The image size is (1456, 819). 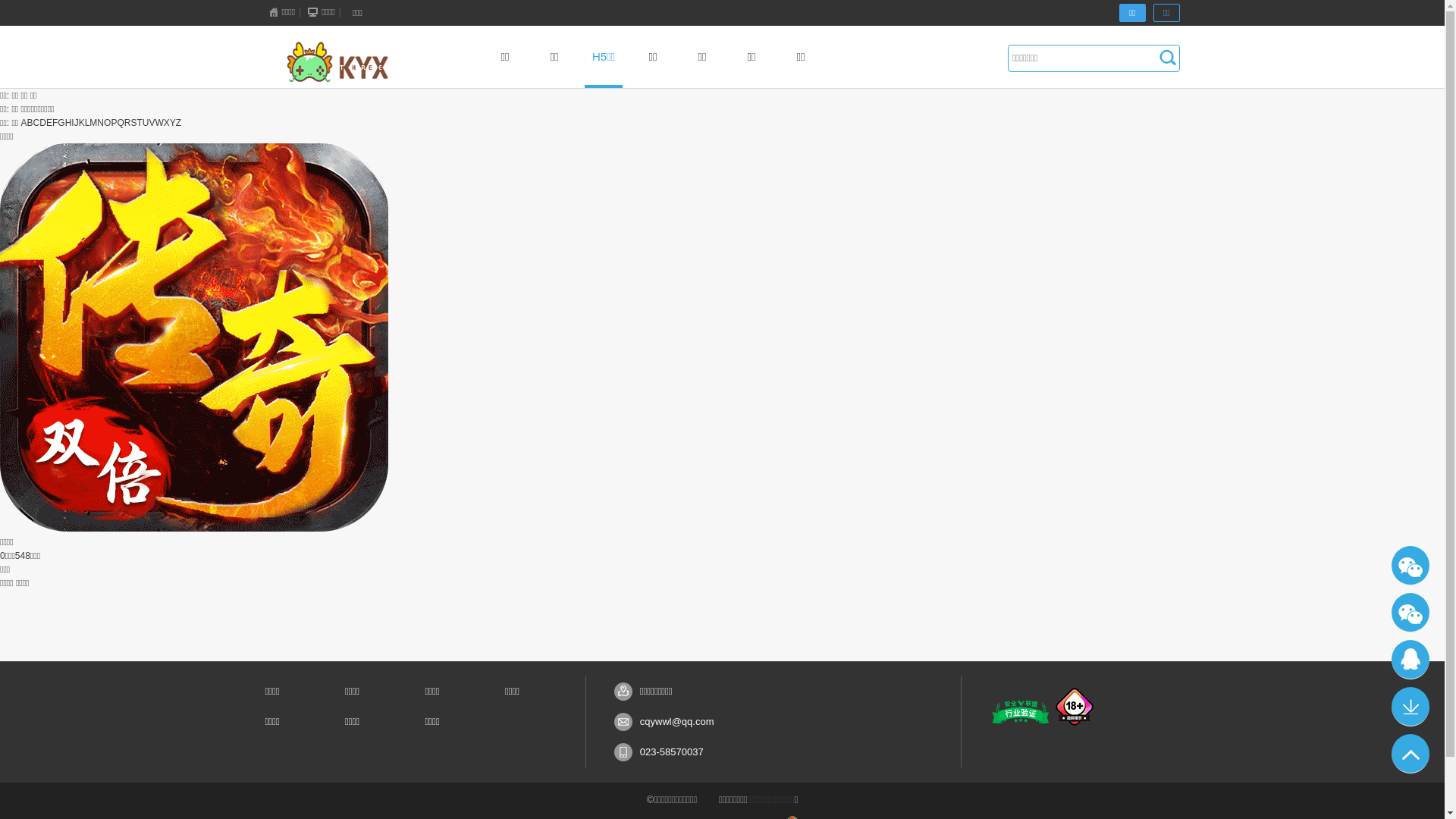 What do you see at coordinates (49, 122) in the screenshot?
I see `'E'` at bounding box center [49, 122].